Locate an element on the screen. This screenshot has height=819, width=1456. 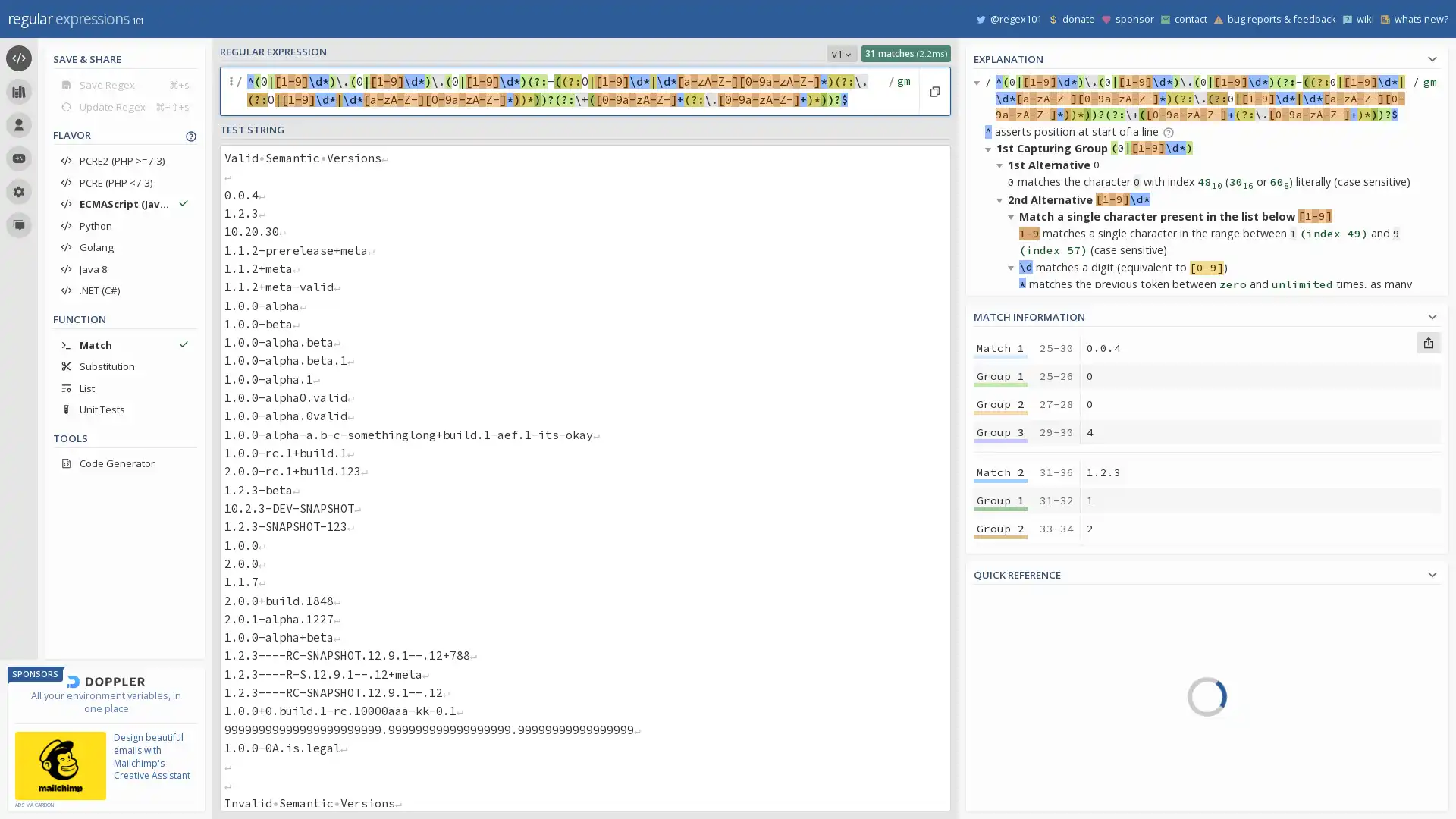
Collapse Subtree is located at coordinates (990, 525).